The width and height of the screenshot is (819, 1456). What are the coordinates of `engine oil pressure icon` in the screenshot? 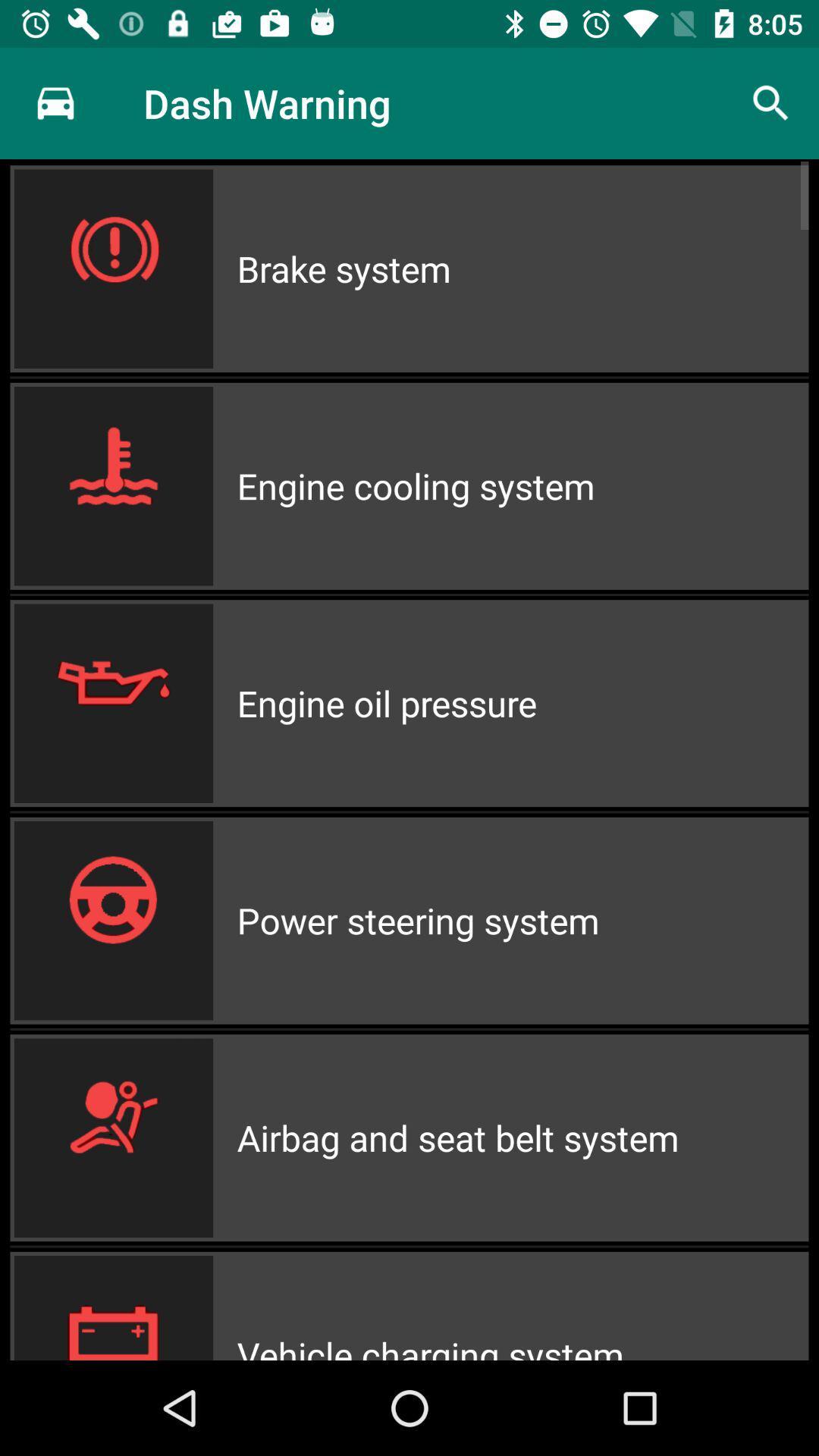 It's located at (522, 702).